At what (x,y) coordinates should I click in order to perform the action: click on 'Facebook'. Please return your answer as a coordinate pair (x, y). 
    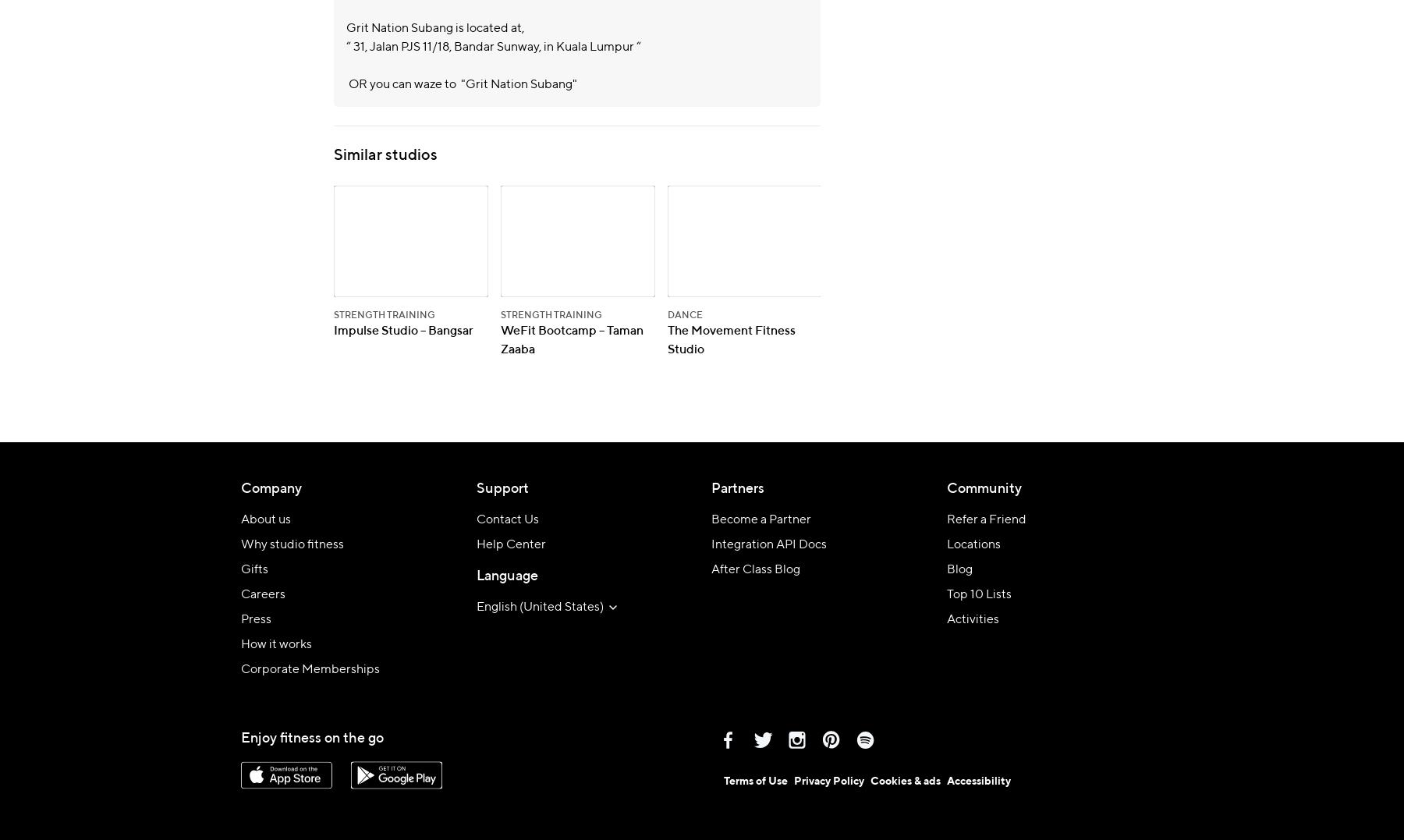
    Looking at the image, I should click on (781, 734).